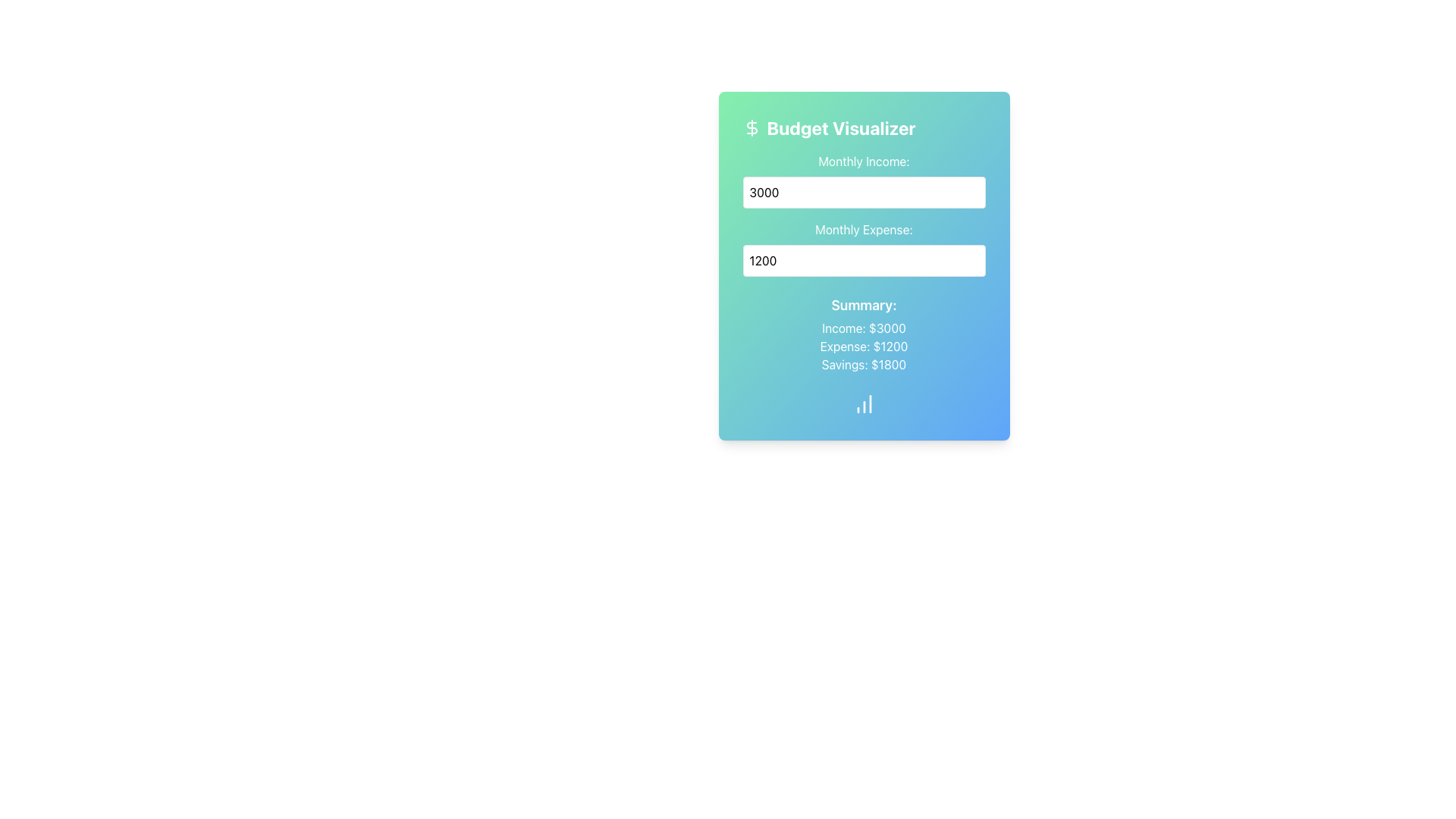  I want to click on the statistics icon located centrally at the bottom of the 'Budget Visualizer' card, which serves as a visual representation of data or summary insights, so click(864, 403).